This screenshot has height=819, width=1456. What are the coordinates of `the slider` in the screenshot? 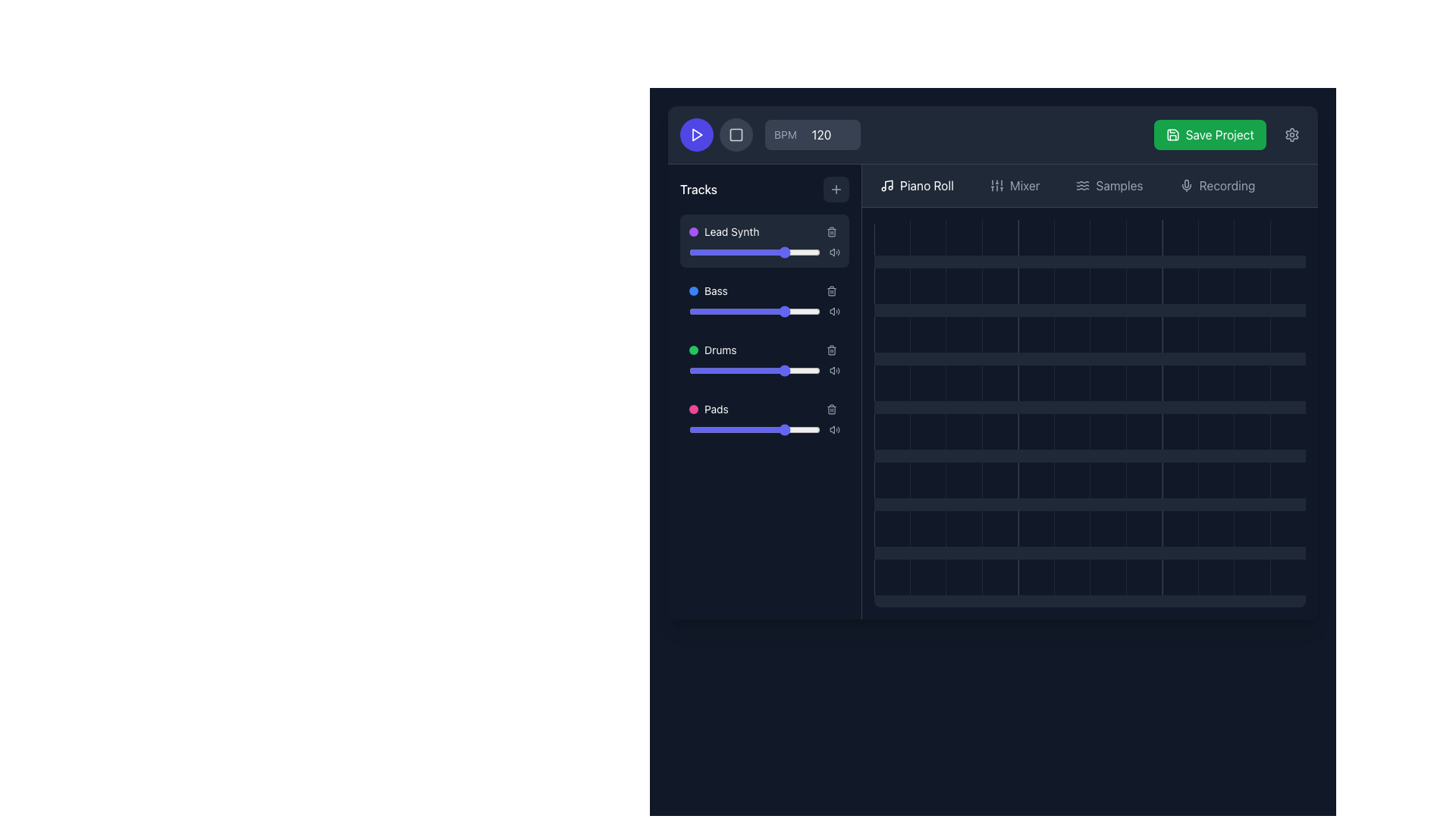 It's located at (778, 371).